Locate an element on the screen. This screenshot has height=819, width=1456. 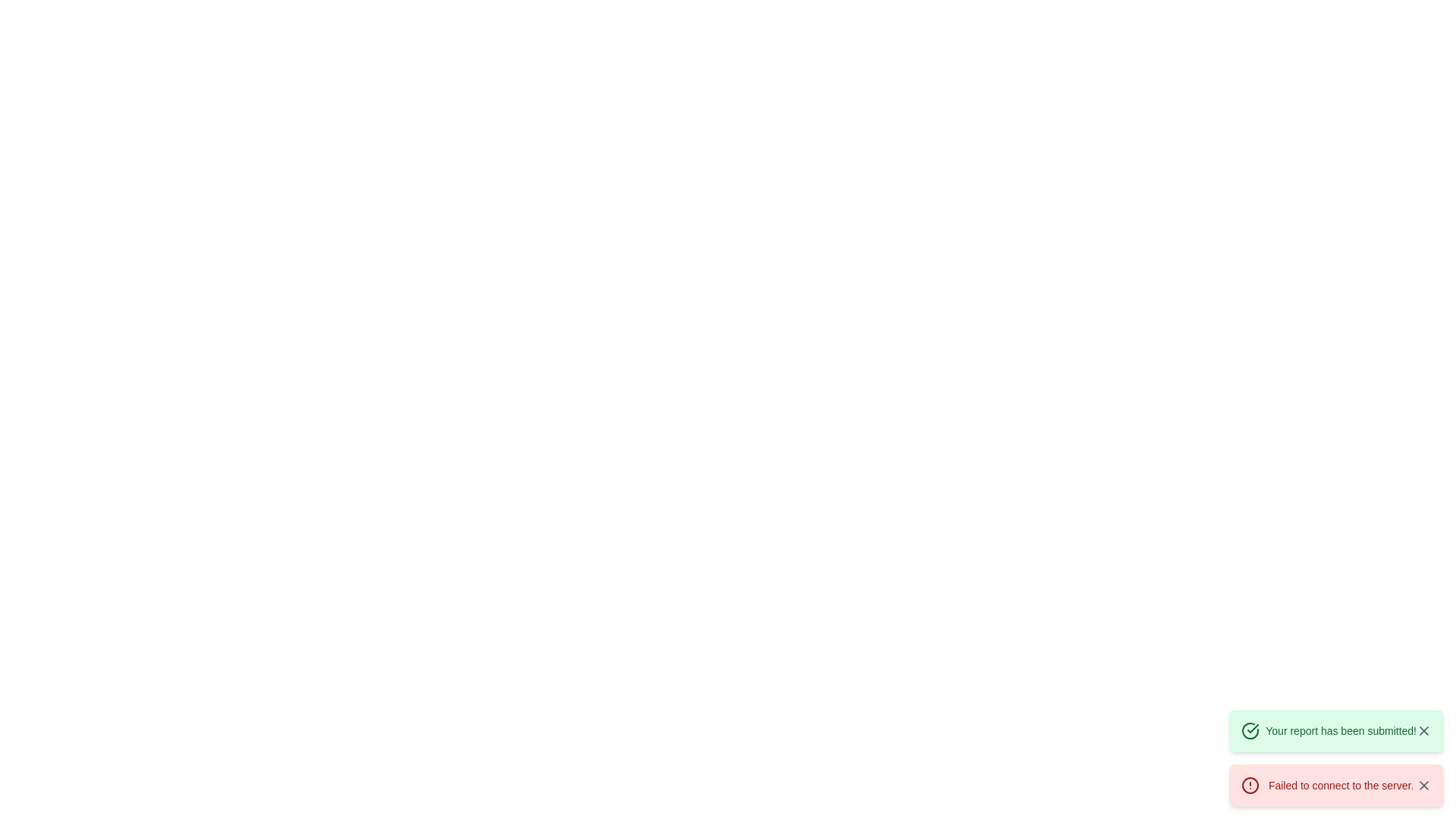
the Close or Dismiss icon, which is a diagonal cross styled as a thin line, located centrally within a small rectangular icon in the bottom-right quadrant of the interface is located at coordinates (1423, 730).